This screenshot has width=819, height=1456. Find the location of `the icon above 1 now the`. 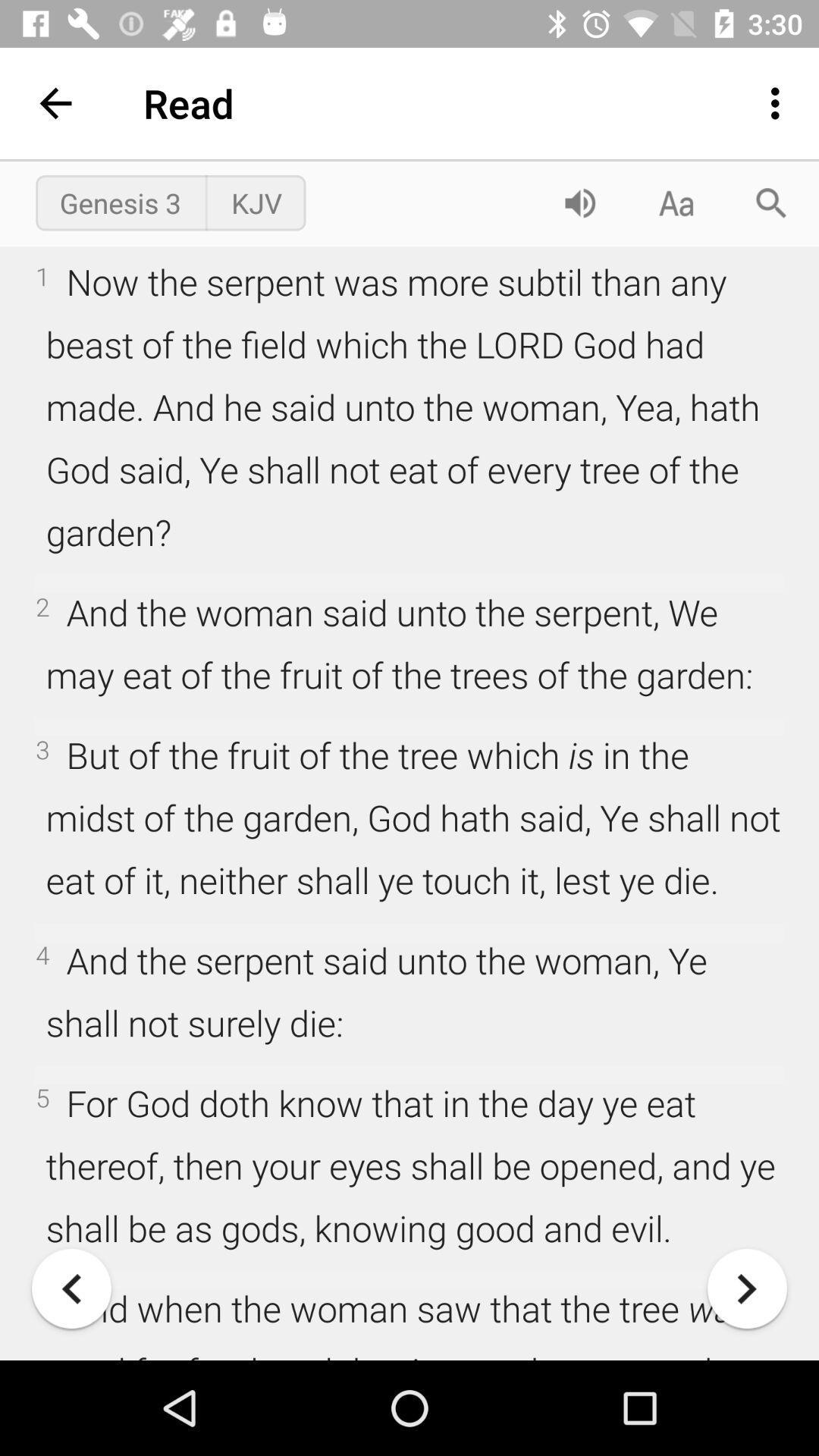

the icon above 1 now the is located at coordinates (119, 202).